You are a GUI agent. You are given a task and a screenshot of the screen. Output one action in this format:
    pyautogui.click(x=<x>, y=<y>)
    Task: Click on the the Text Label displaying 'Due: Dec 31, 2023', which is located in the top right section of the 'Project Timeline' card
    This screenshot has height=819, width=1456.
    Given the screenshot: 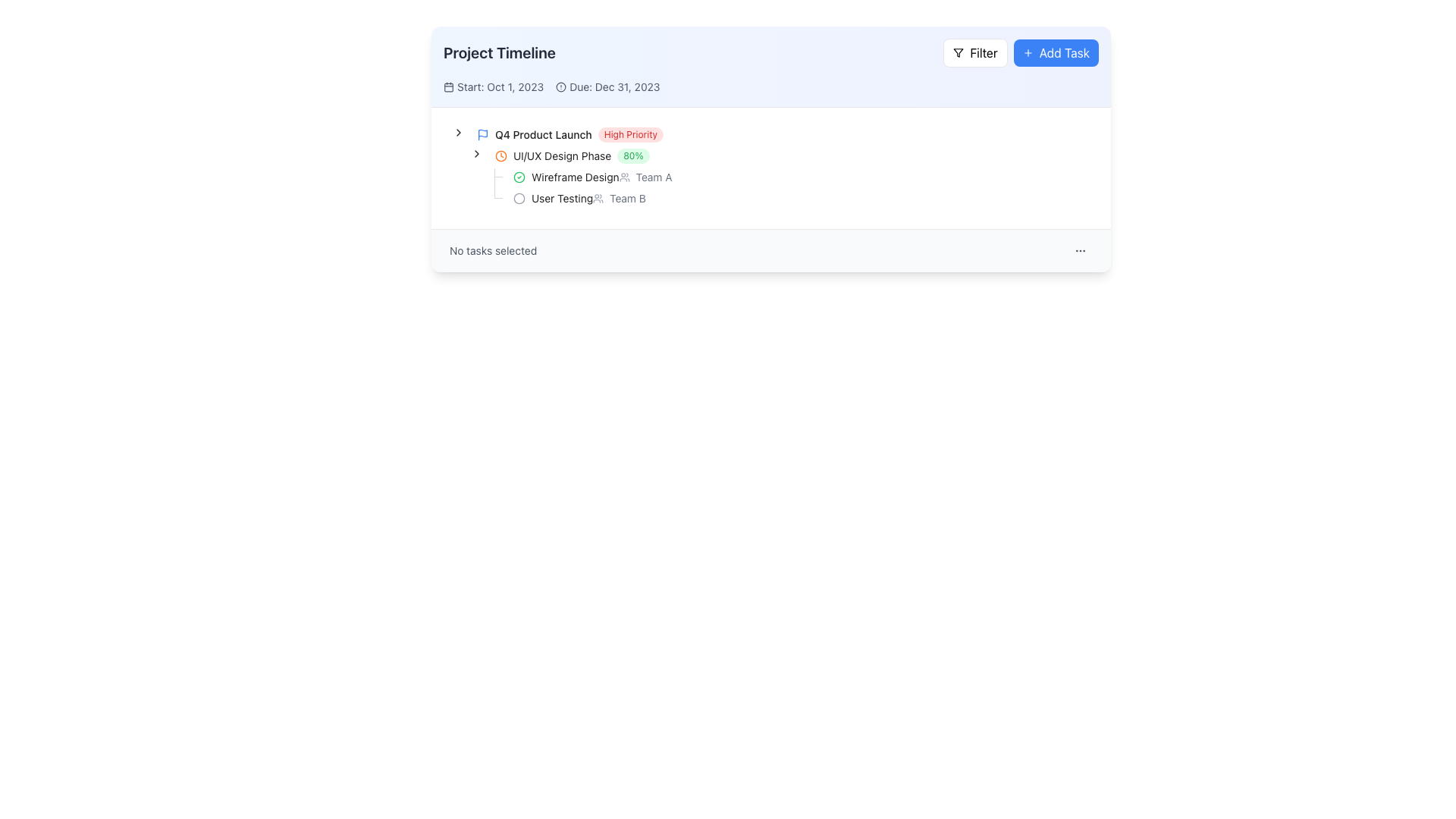 What is the action you would take?
    pyautogui.click(x=614, y=87)
    